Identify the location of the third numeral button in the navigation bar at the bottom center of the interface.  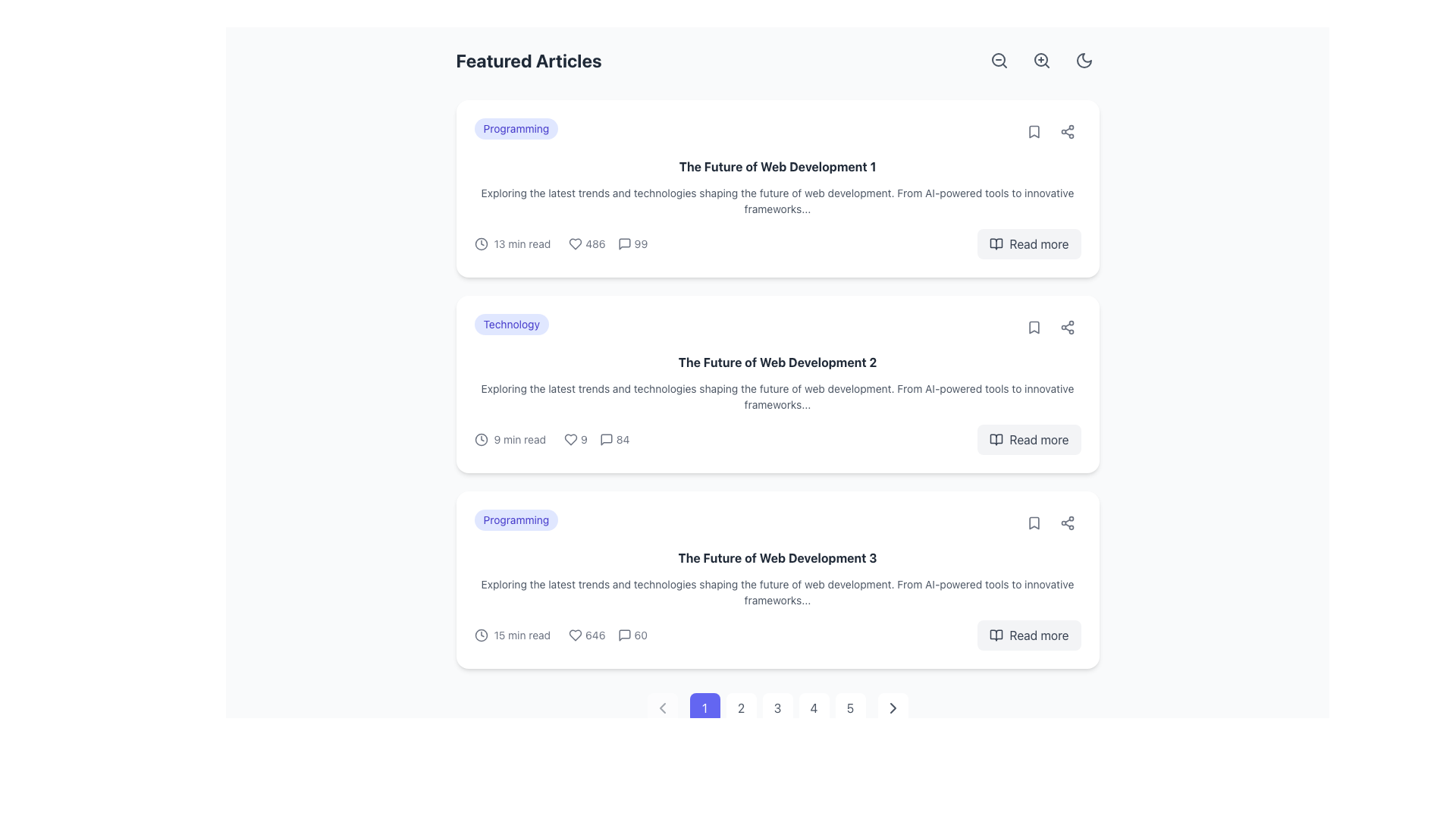
(777, 708).